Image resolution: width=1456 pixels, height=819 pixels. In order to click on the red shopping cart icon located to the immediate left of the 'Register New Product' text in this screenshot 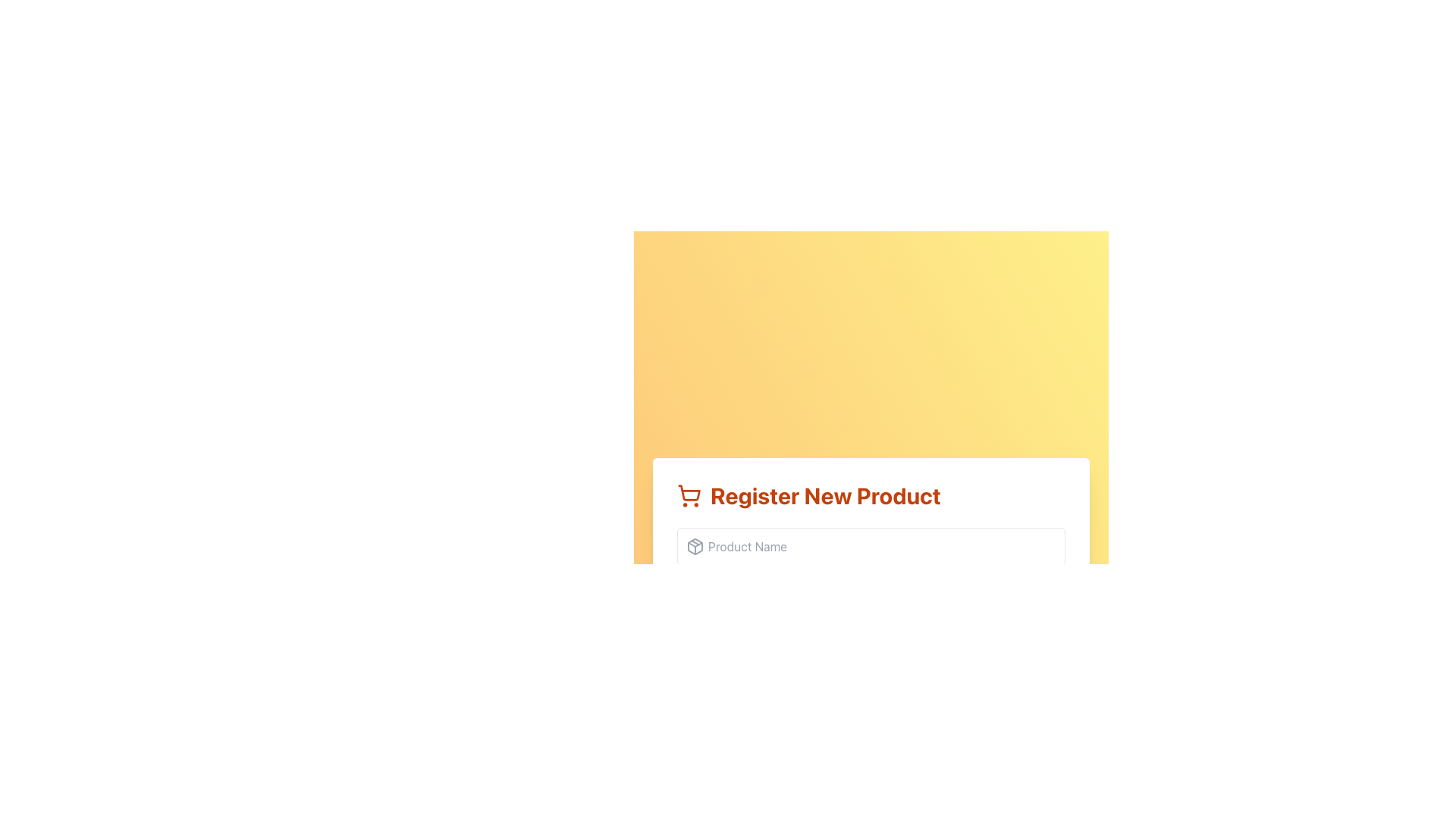, I will do `click(688, 496)`.